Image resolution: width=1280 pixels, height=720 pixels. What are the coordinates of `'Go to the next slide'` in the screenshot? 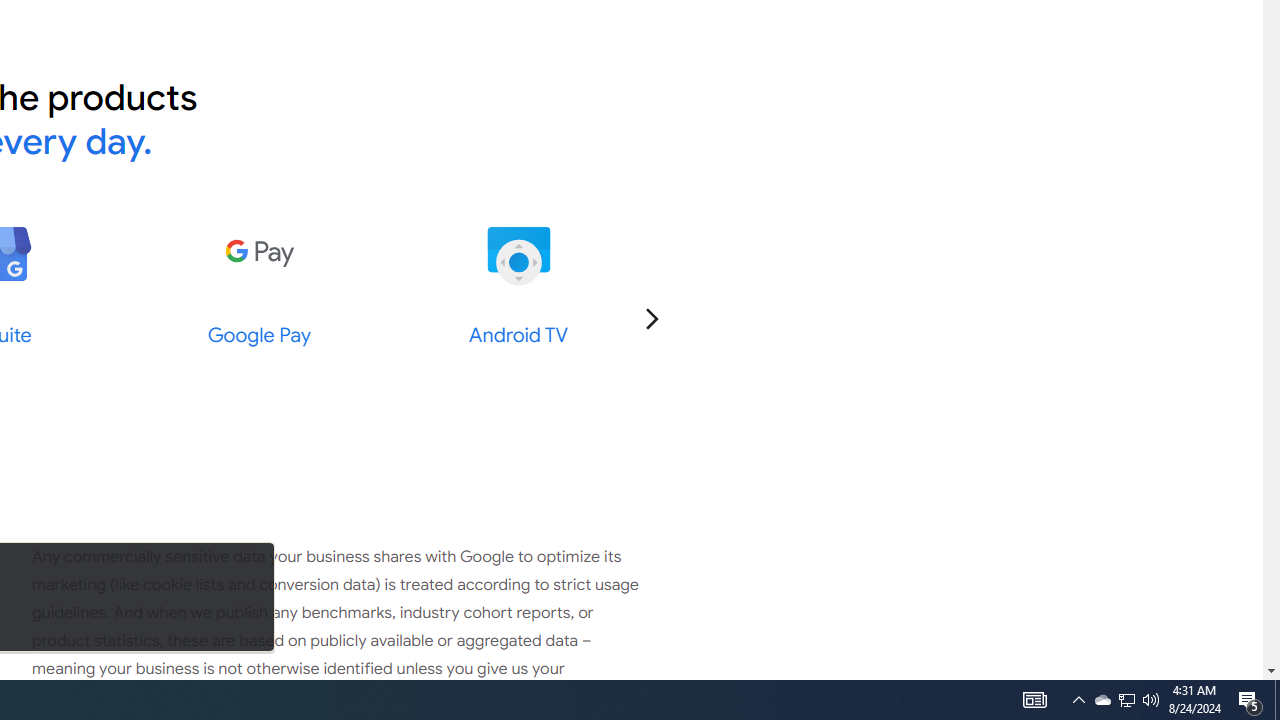 It's located at (651, 317).